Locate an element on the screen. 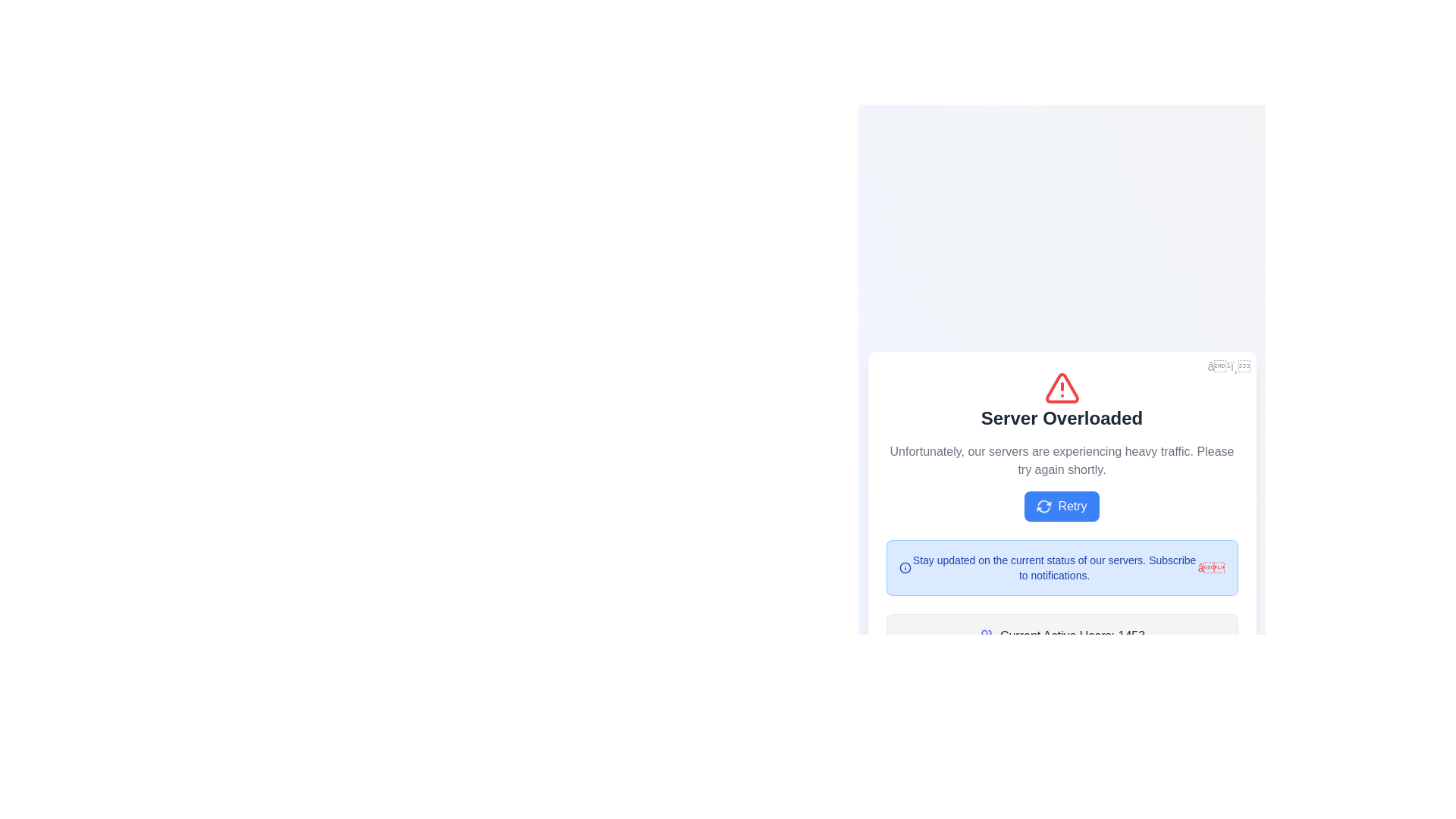 The image size is (1456, 819). the spinning animation of the circular refresh icon located on the left side of the 'Retry' button in the notification card with the message 'Server Overloaded' is located at coordinates (1043, 506).